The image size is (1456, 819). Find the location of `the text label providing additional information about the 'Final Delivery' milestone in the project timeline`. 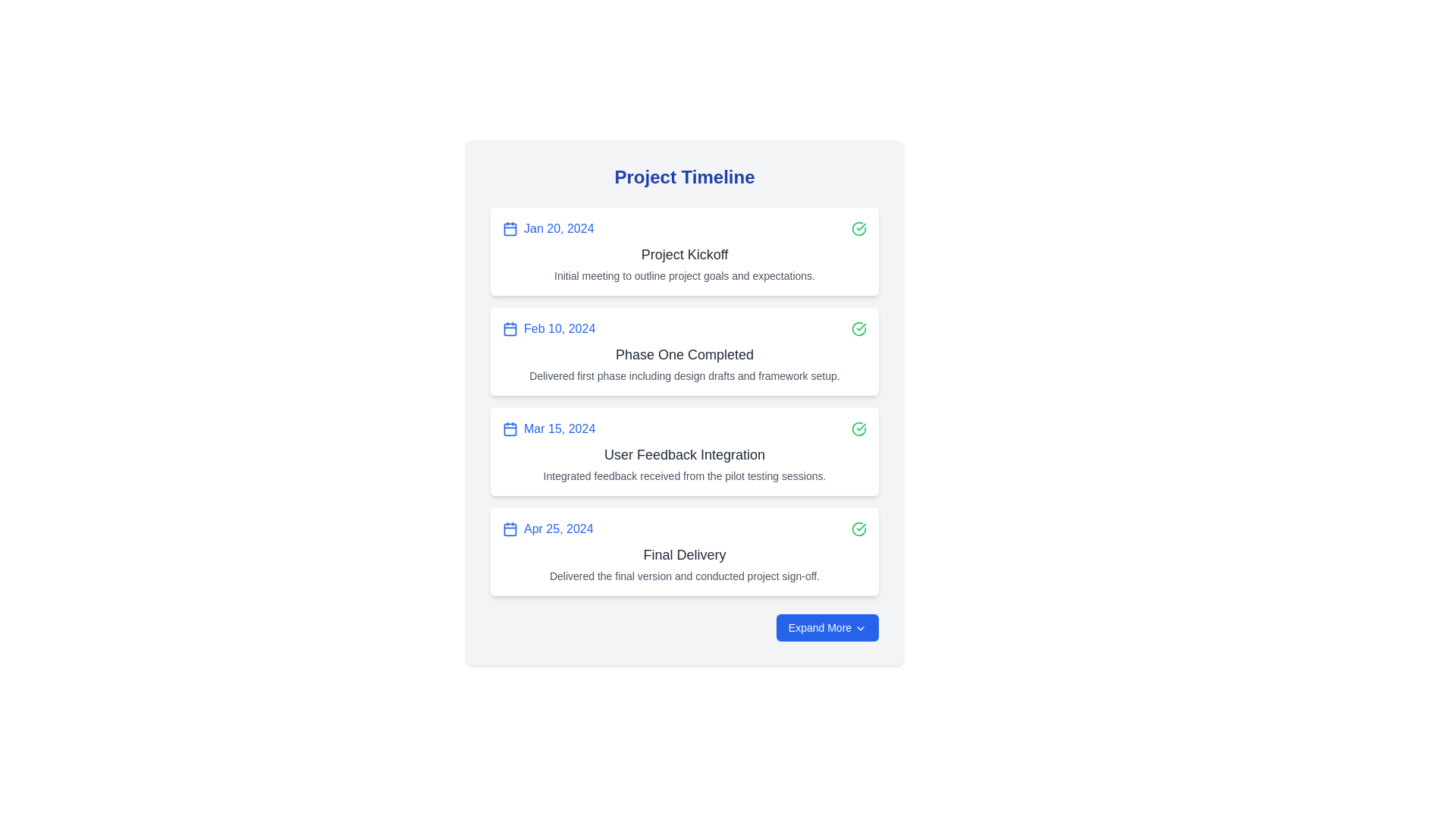

the text label providing additional information about the 'Final Delivery' milestone in the project timeline is located at coordinates (683, 576).